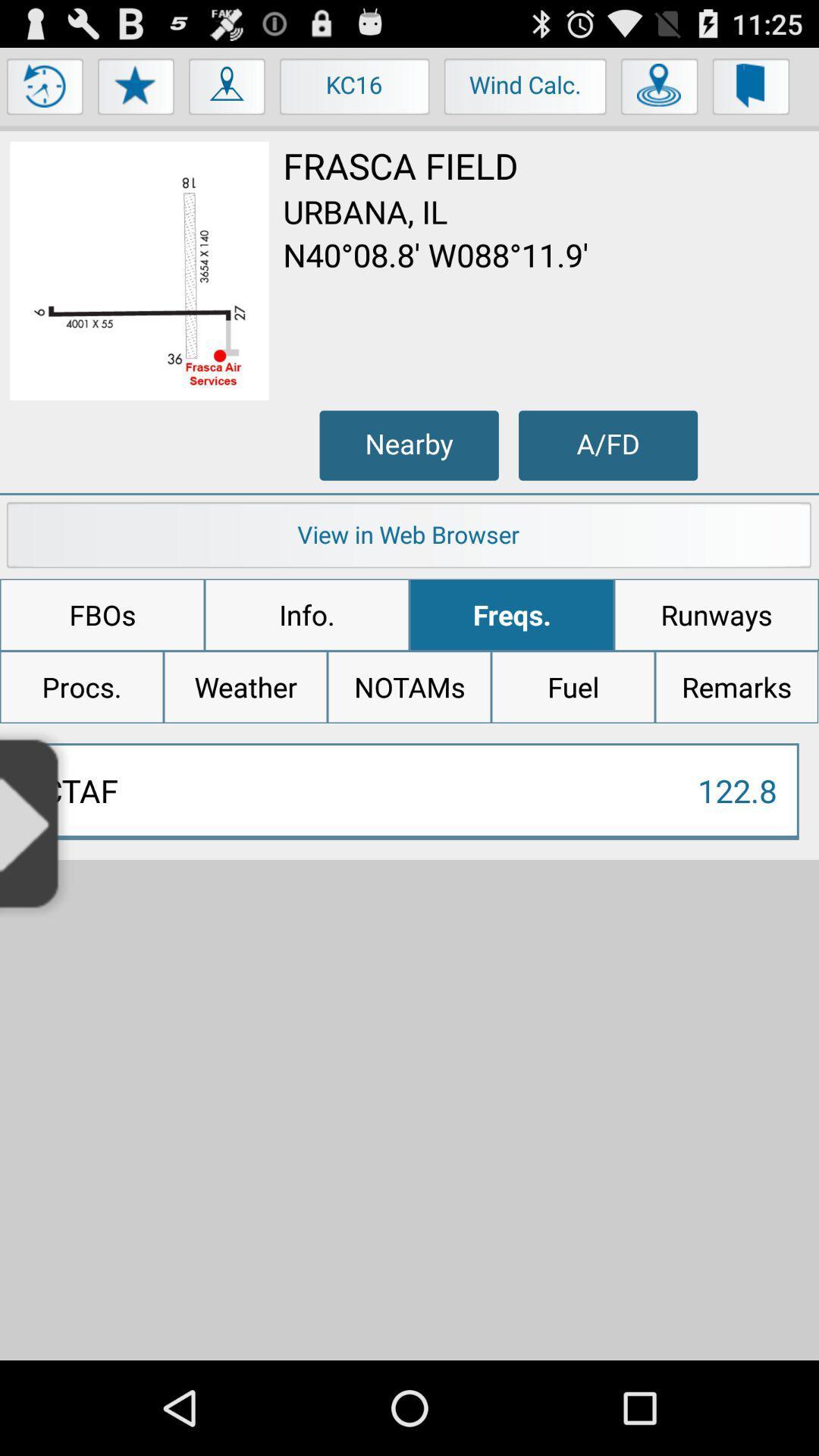  Describe the element at coordinates (140, 271) in the screenshot. I see `map` at that location.